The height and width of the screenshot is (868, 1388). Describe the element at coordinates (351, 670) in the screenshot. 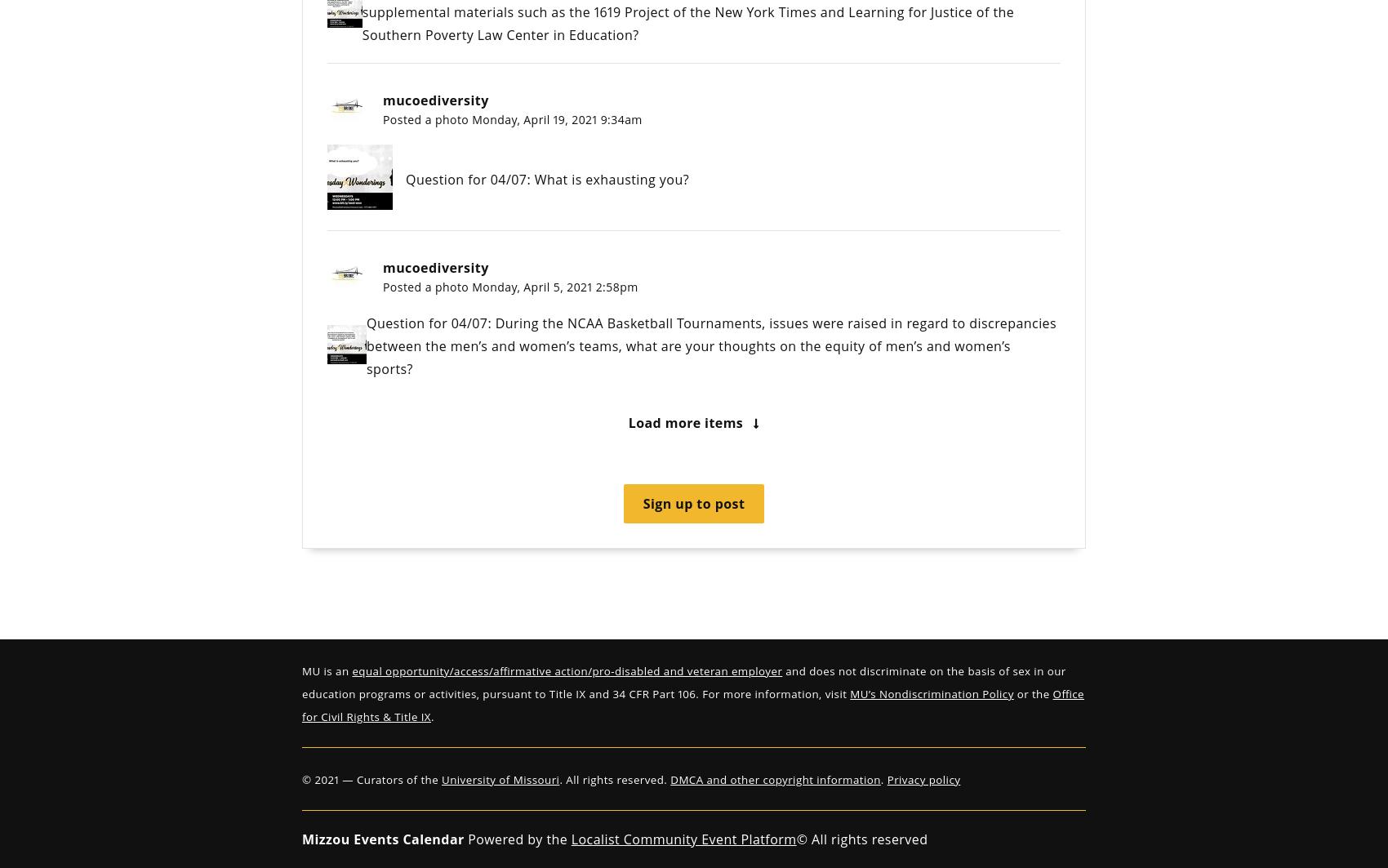

I see `'equal opportunity/access/affirmative action/pro-disabled and veteran employer'` at that location.